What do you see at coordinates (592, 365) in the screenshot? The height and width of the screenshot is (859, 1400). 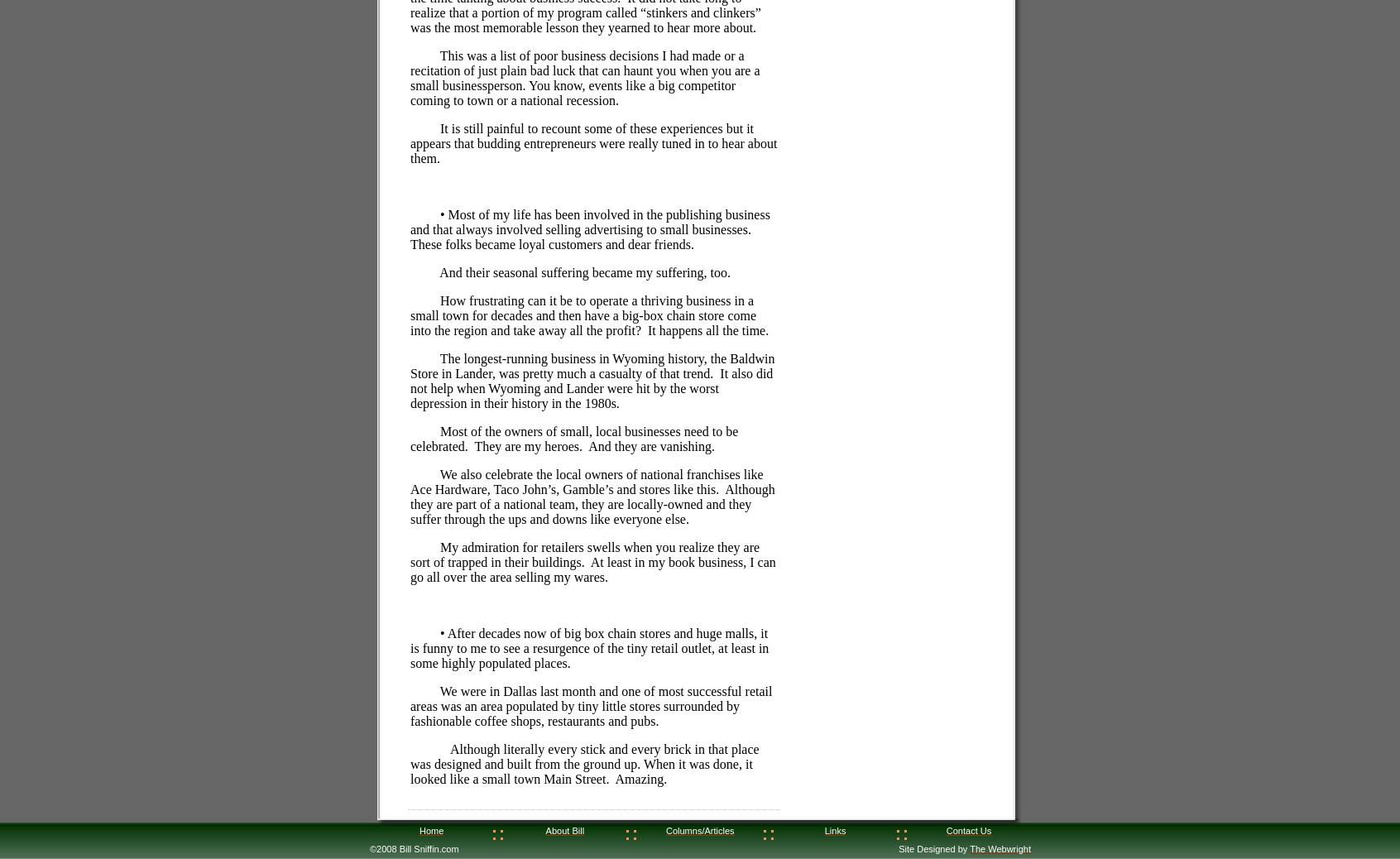 I see `'The
longest-running business in Wyoming history, the Baldwin Store in Lander, was
pretty much a casualty of that trend.'` at bounding box center [592, 365].